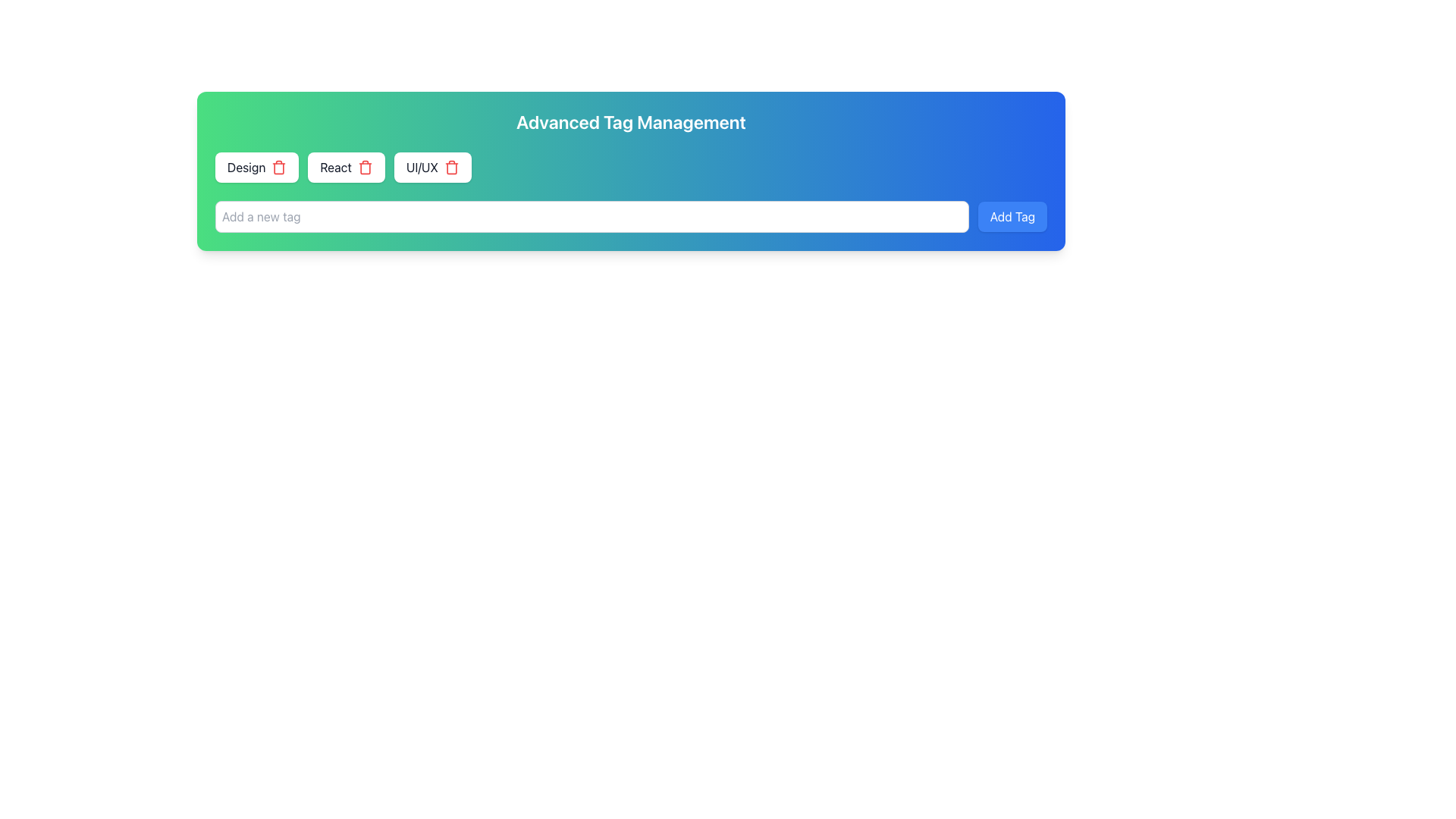 The height and width of the screenshot is (819, 1456). Describe the element at coordinates (422, 167) in the screenshot. I see `the text display element that shows 'UI/UX' in bold black font, located in the third position of a series of similar containers` at that location.